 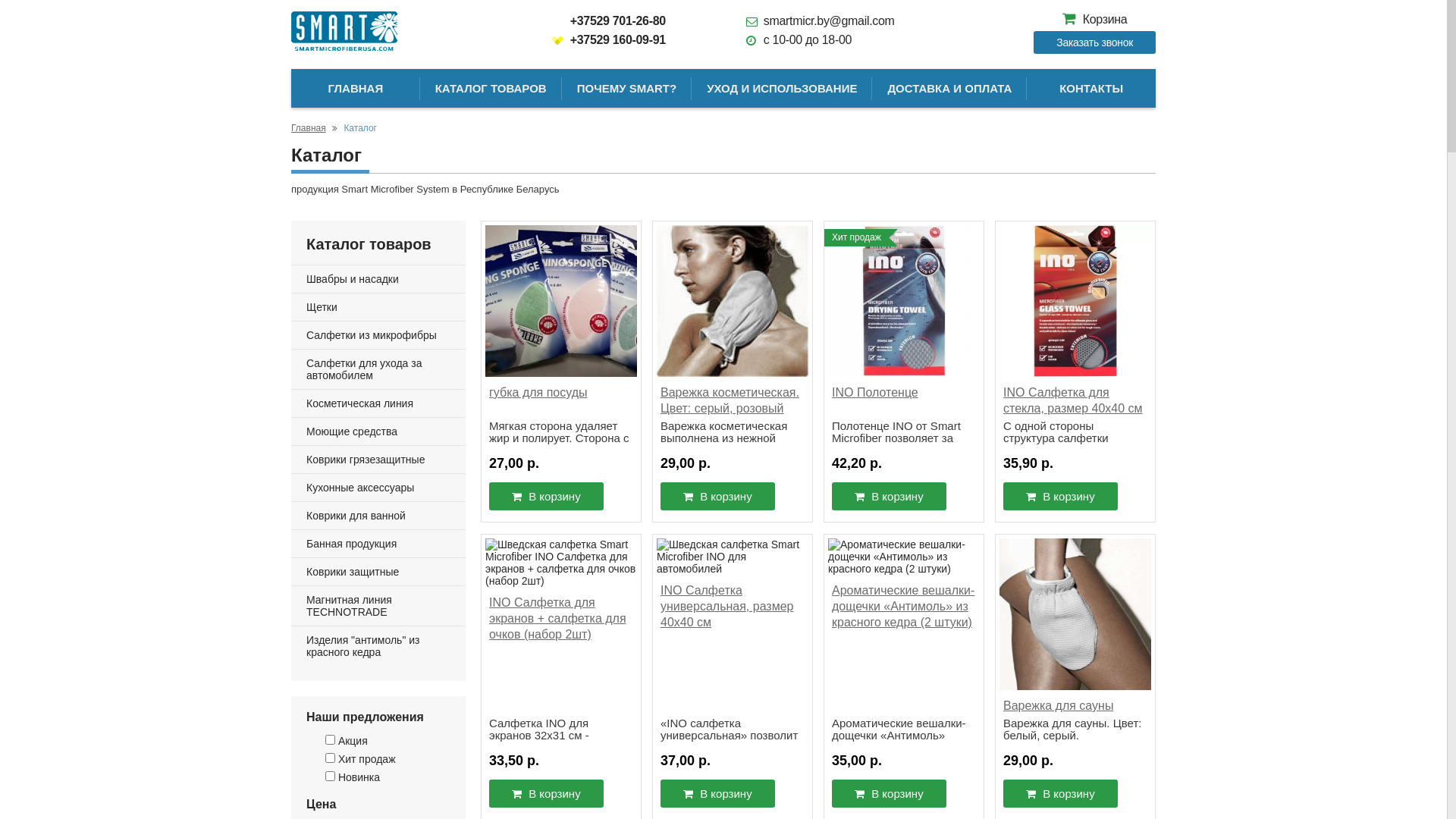 I want to click on '+37529 701-26-80', so click(x=608, y=20).